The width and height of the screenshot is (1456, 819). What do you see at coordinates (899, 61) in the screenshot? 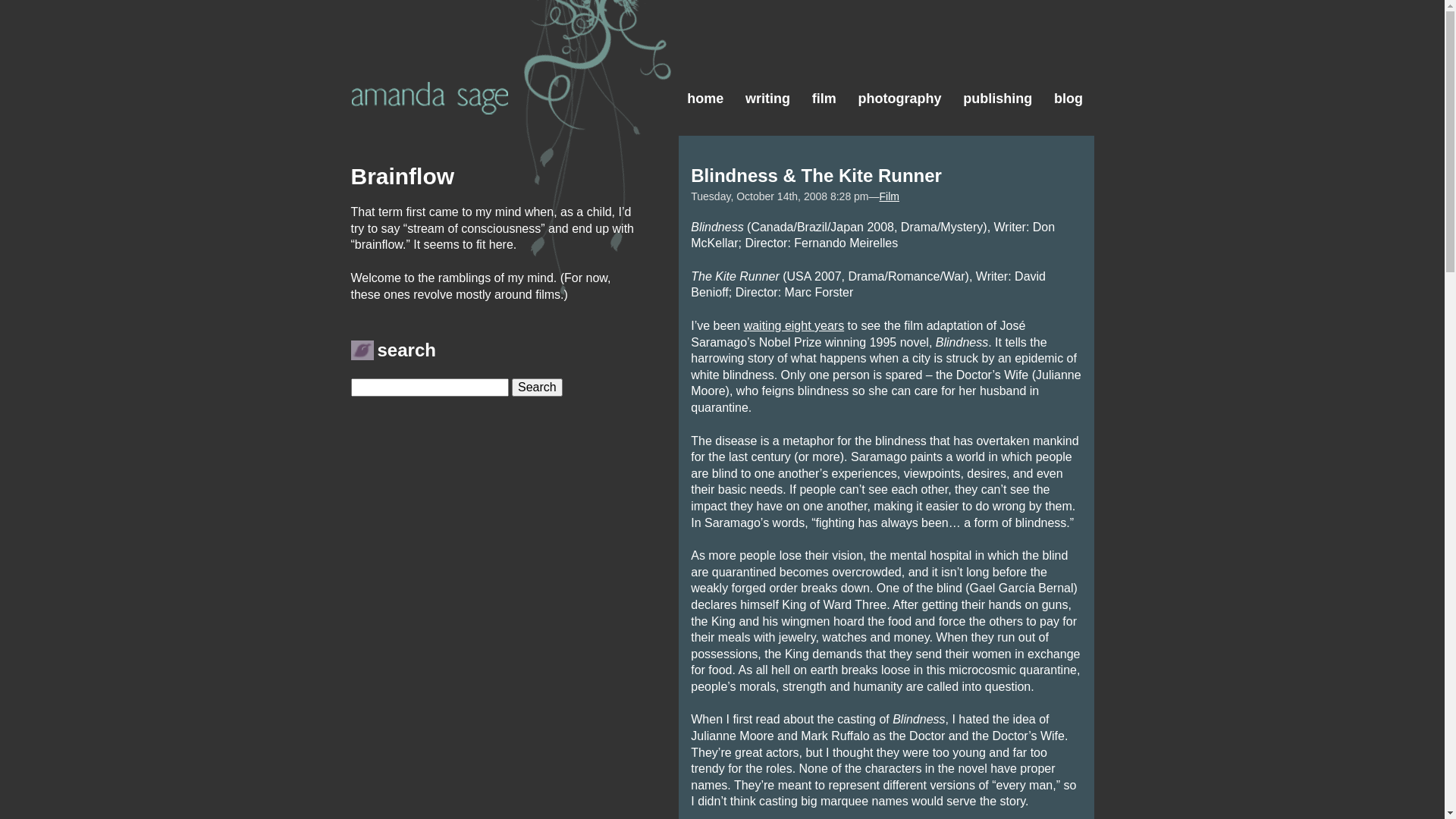
I see `'photography'` at bounding box center [899, 61].